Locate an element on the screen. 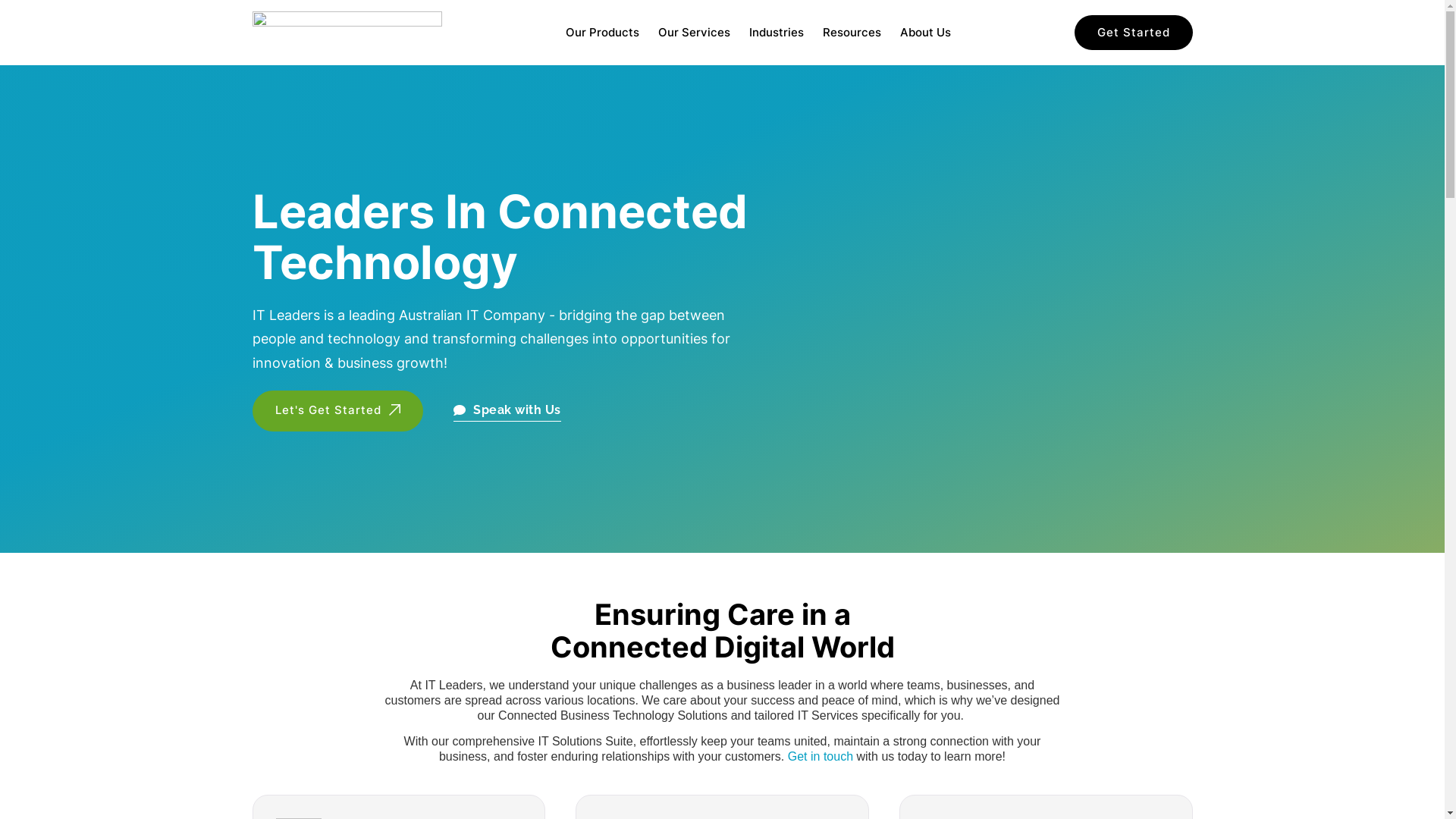 This screenshot has width=1456, height=819. 'Get Started' is located at coordinates (1132, 33).